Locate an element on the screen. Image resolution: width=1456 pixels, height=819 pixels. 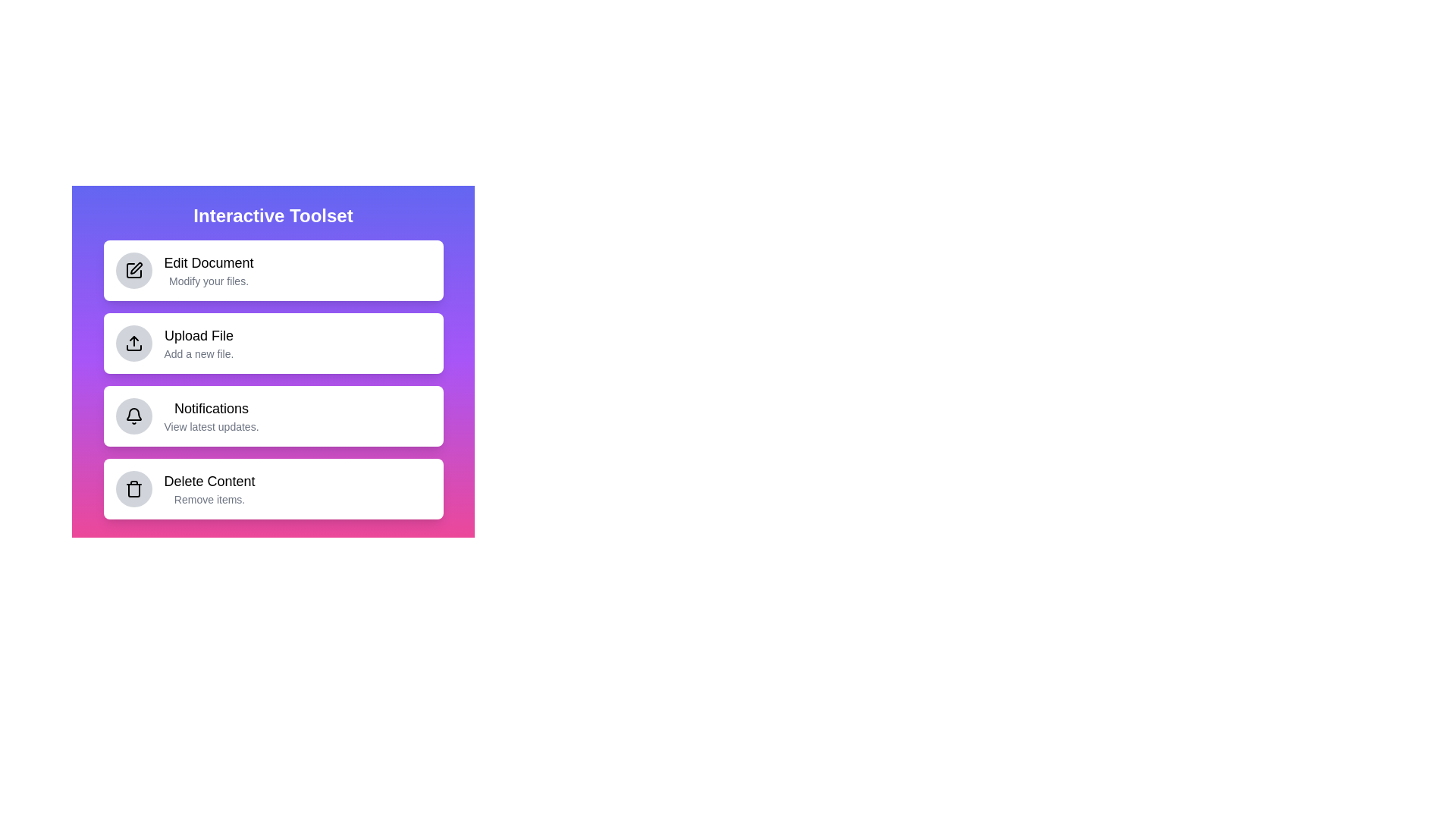
the menu item labeled 'Notifications' to trigger its animation effect is located at coordinates (273, 416).